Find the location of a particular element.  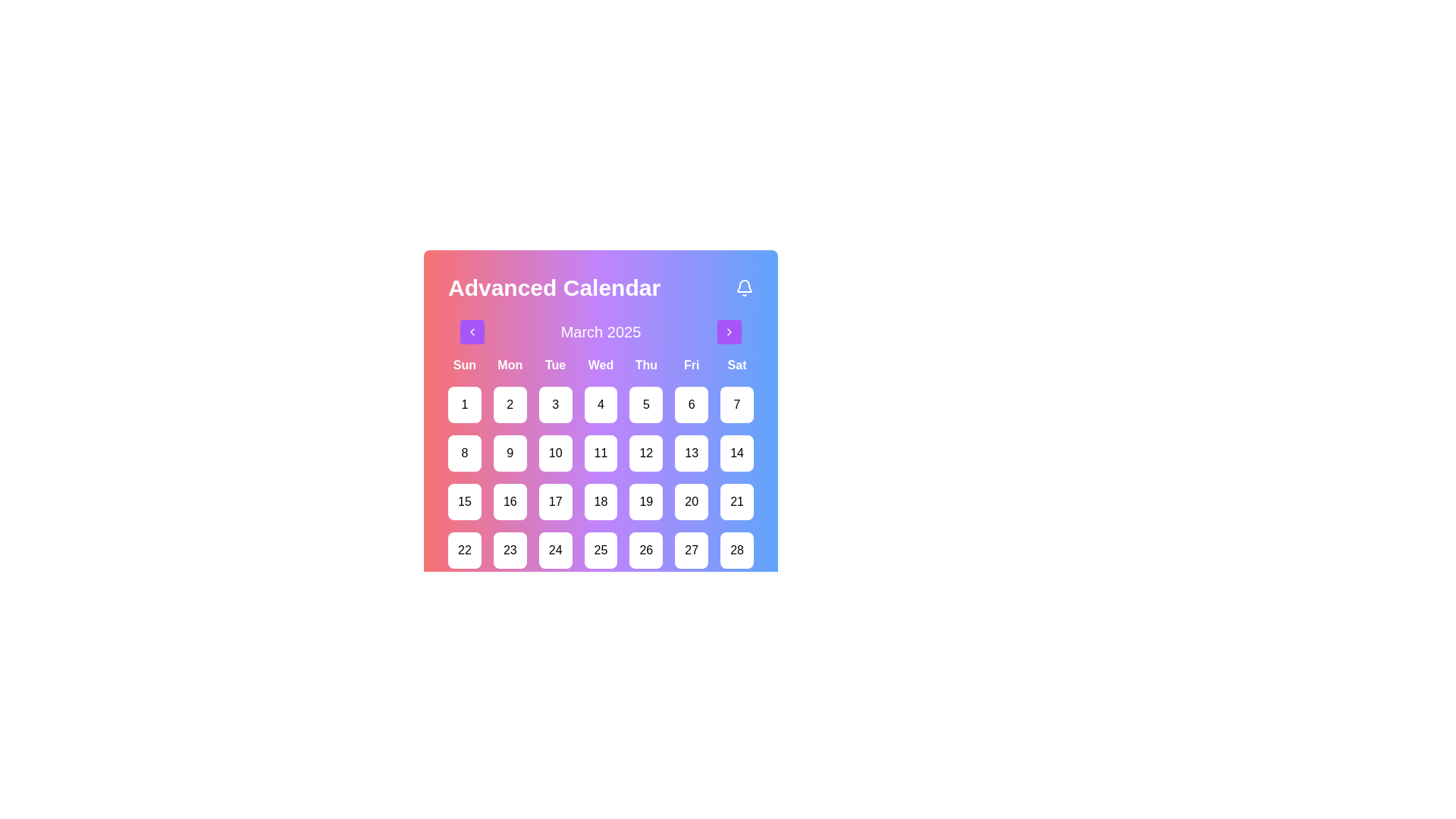

the small rectangular purple button with rounded corners and a right-facing chevron icon, located at the top right corner of the calendar interface near 'March 2025' is located at coordinates (729, 331).